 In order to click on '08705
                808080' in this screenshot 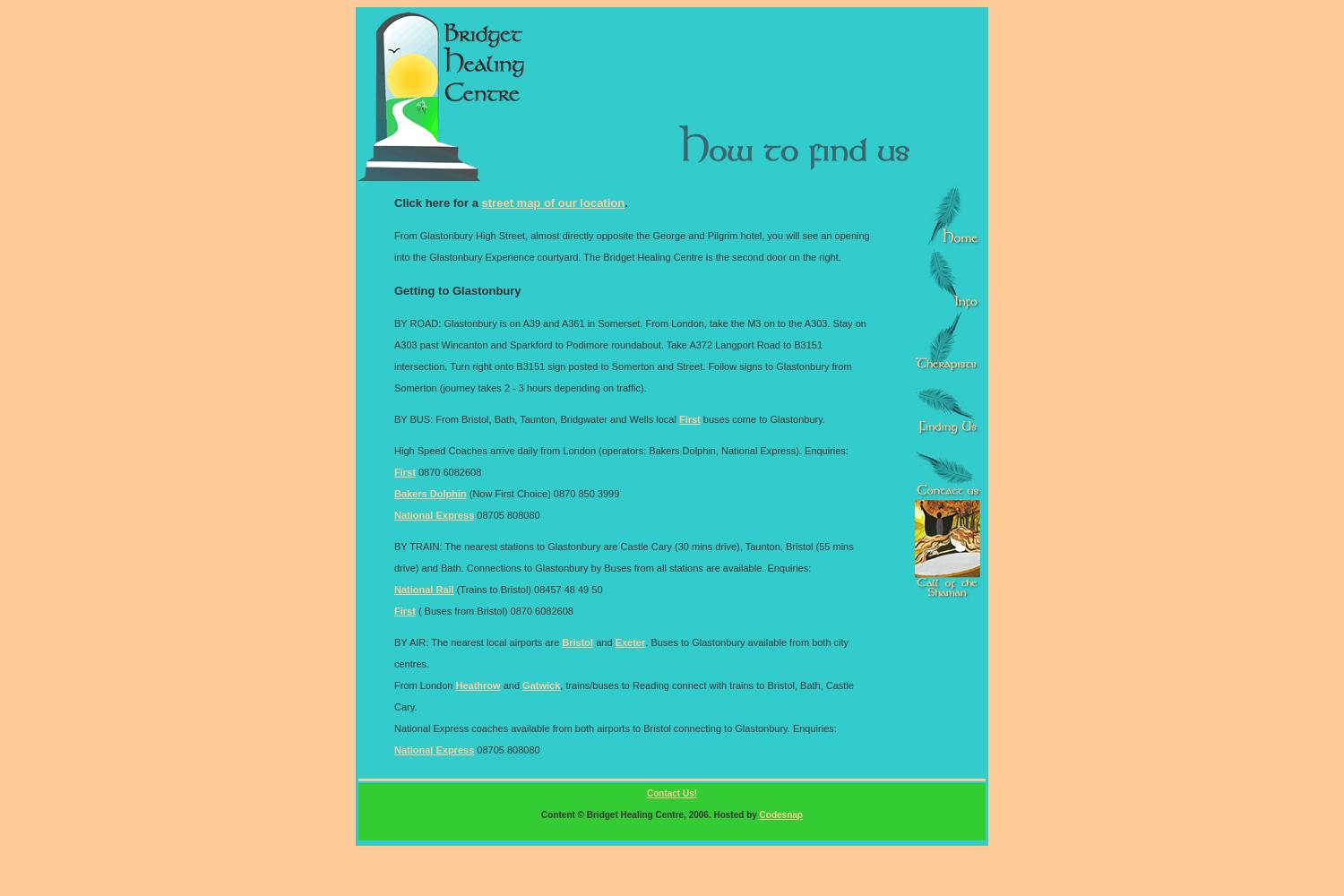, I will do `click(505, 748)`.